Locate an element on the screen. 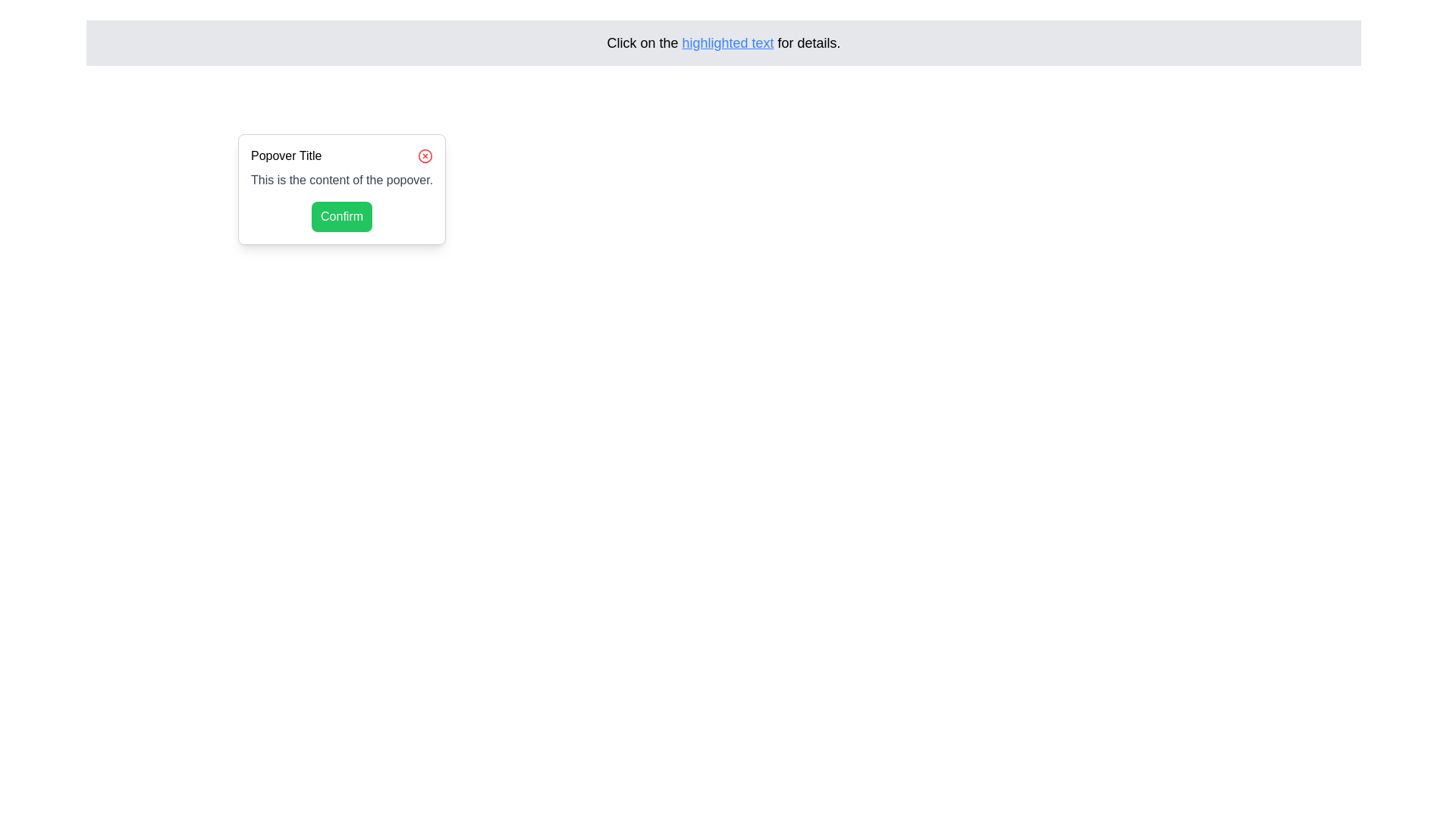 The height and width of the screenshot is (819, 1456). instructions by clicking on the actionable link-styled text that says 'Click on the highlighted text for details.' is located at coordinates (723, 42).